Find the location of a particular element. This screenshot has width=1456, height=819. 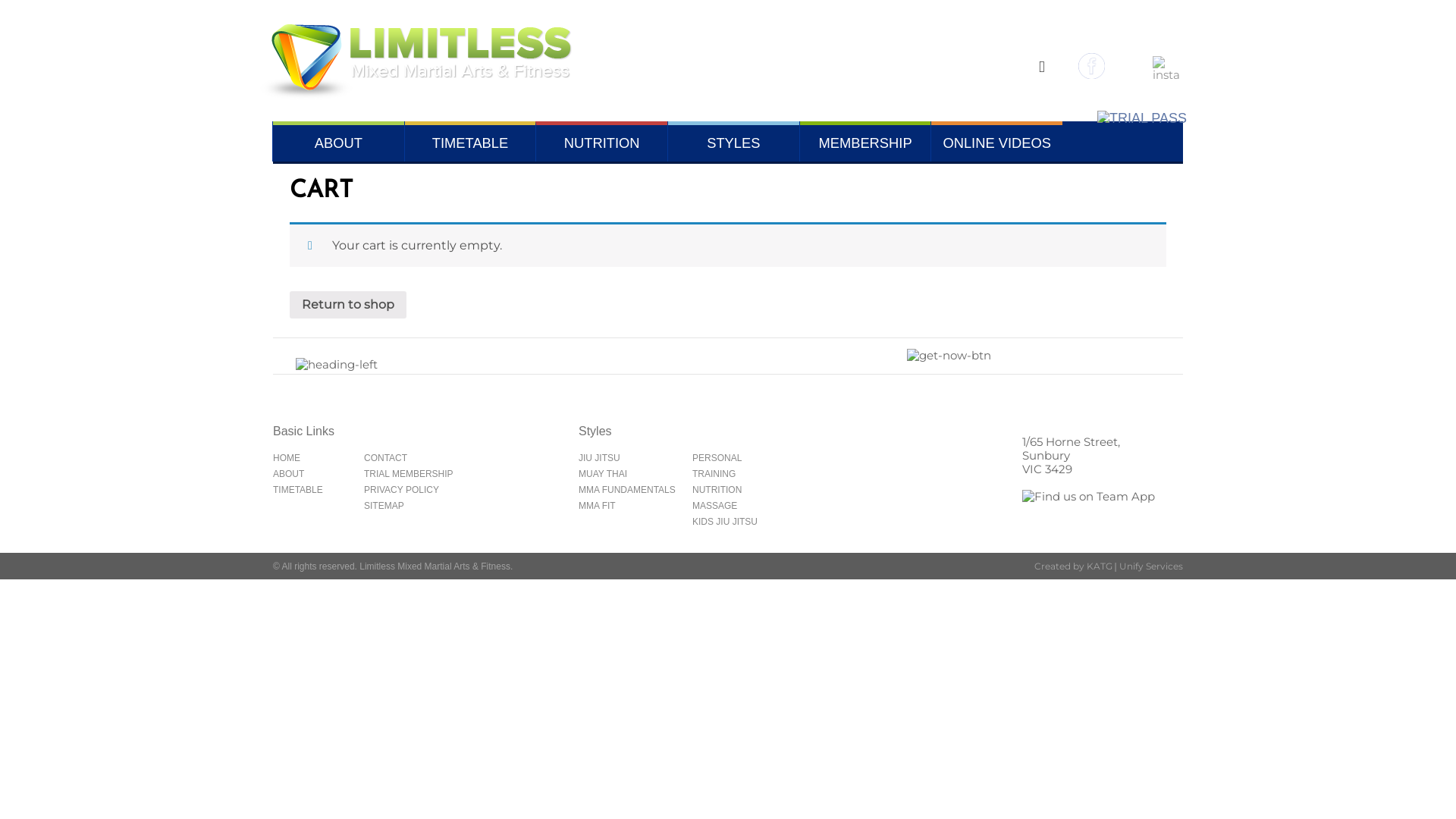

'PRIVACY POLICY' is located at coordinates (364, 489).